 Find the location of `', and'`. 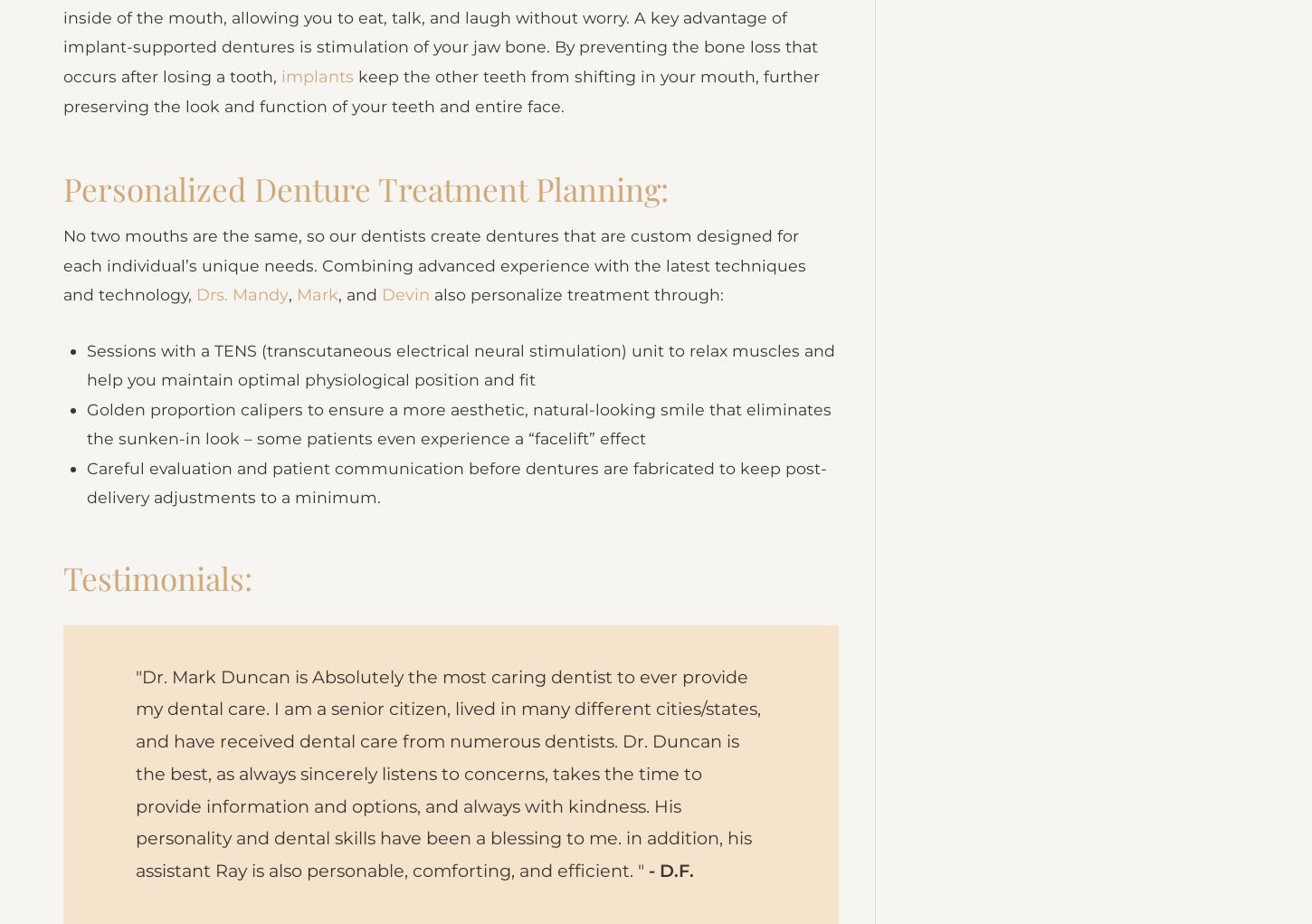

', and' is located at coordinates (360, 327).